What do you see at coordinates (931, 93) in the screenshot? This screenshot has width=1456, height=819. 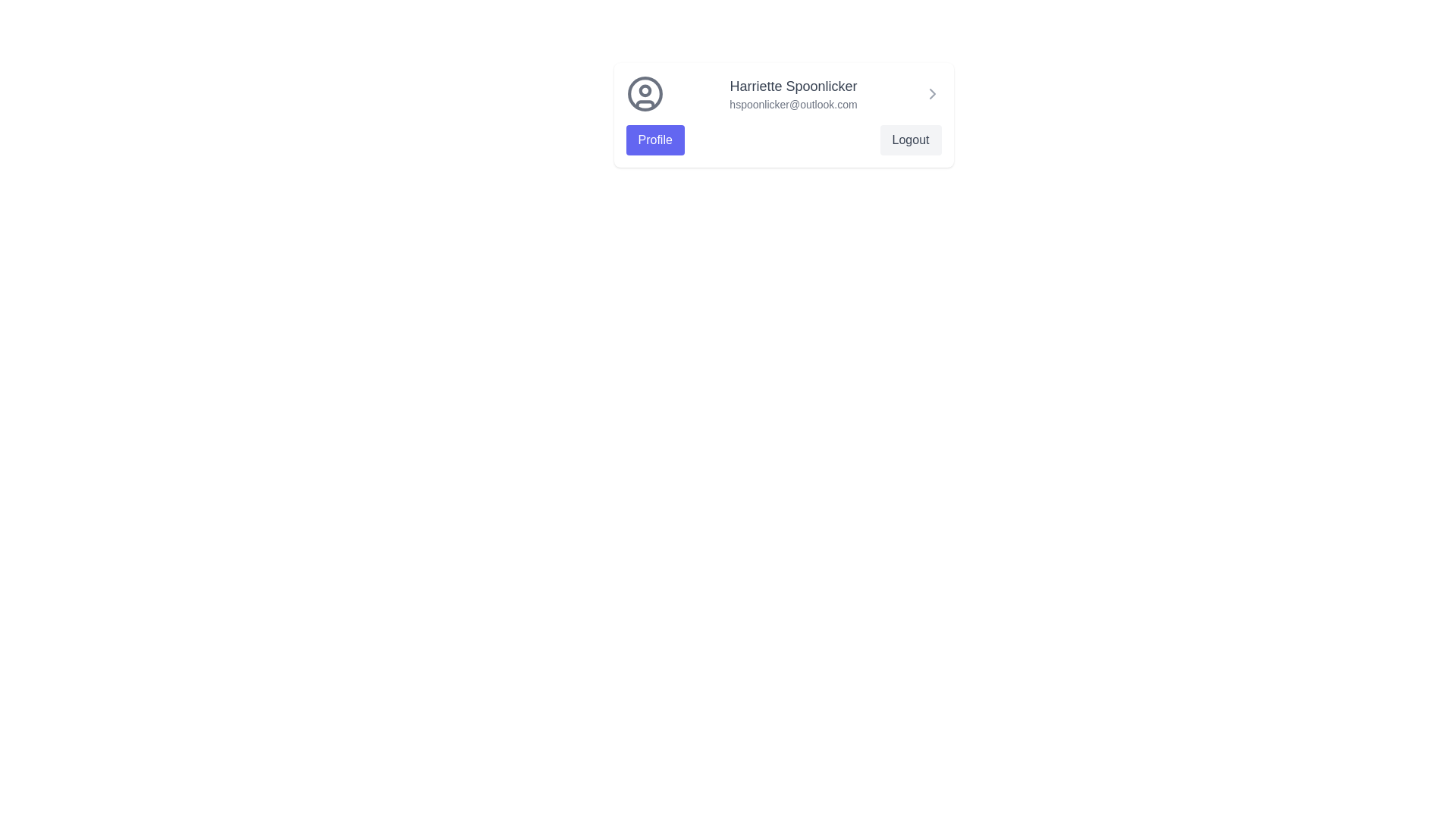 I see `the chevron icon located to the right of 'Harriette Spoonlicker'` at bounding box center [931, 93].